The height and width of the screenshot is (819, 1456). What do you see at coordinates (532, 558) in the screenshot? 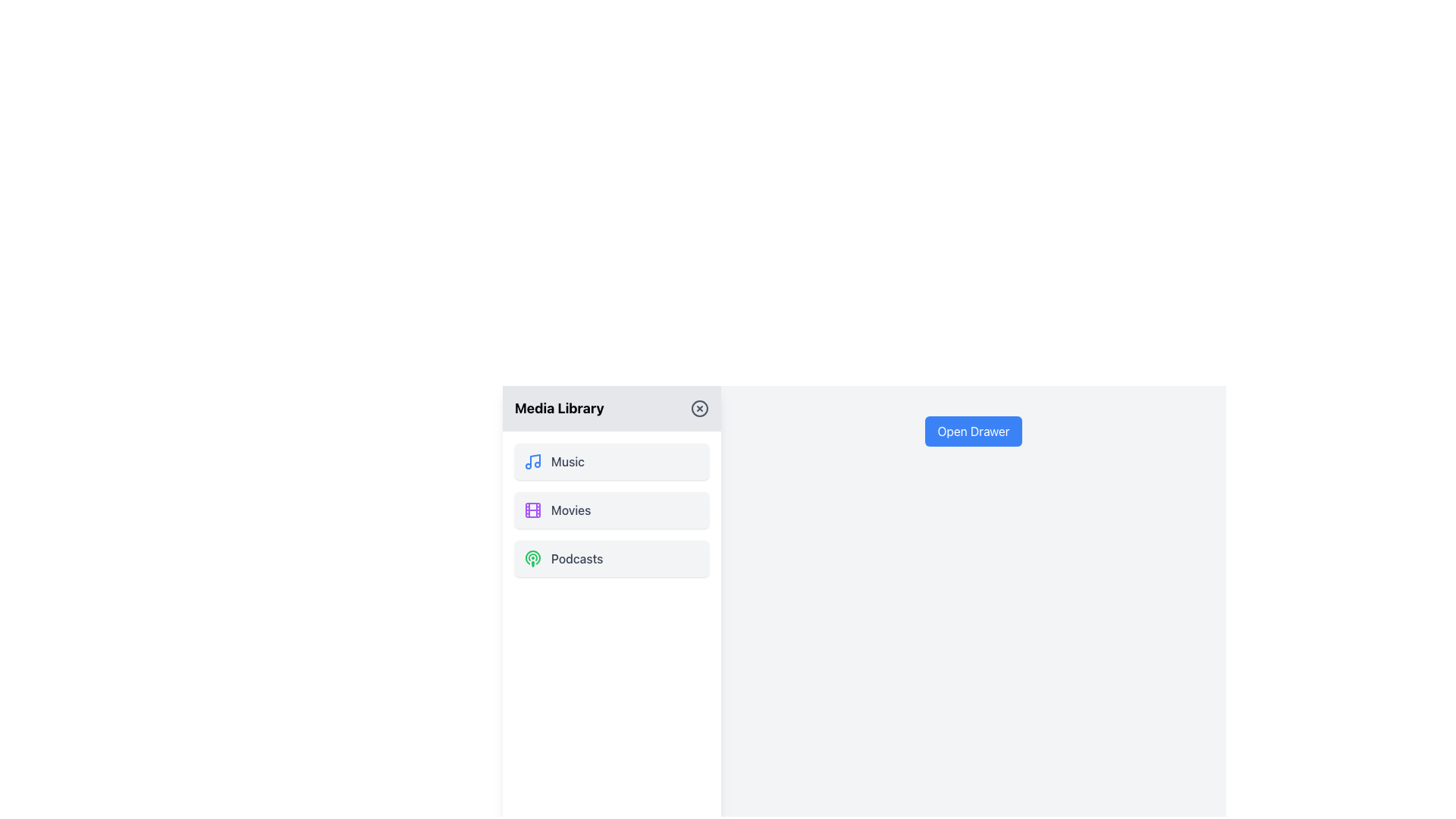
I see `the green podcast icon, which is the leftmost component of the 'Podcasts' button in the vertical list under 'Media Library' in the side panel` at bounding box center [532, 558].